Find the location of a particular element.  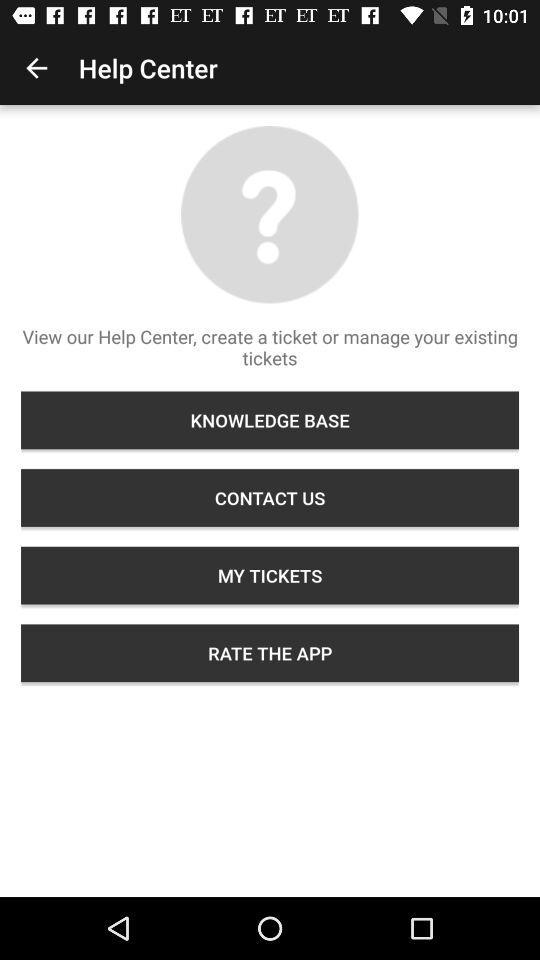

rate the app is located at coordinates (270, 652).